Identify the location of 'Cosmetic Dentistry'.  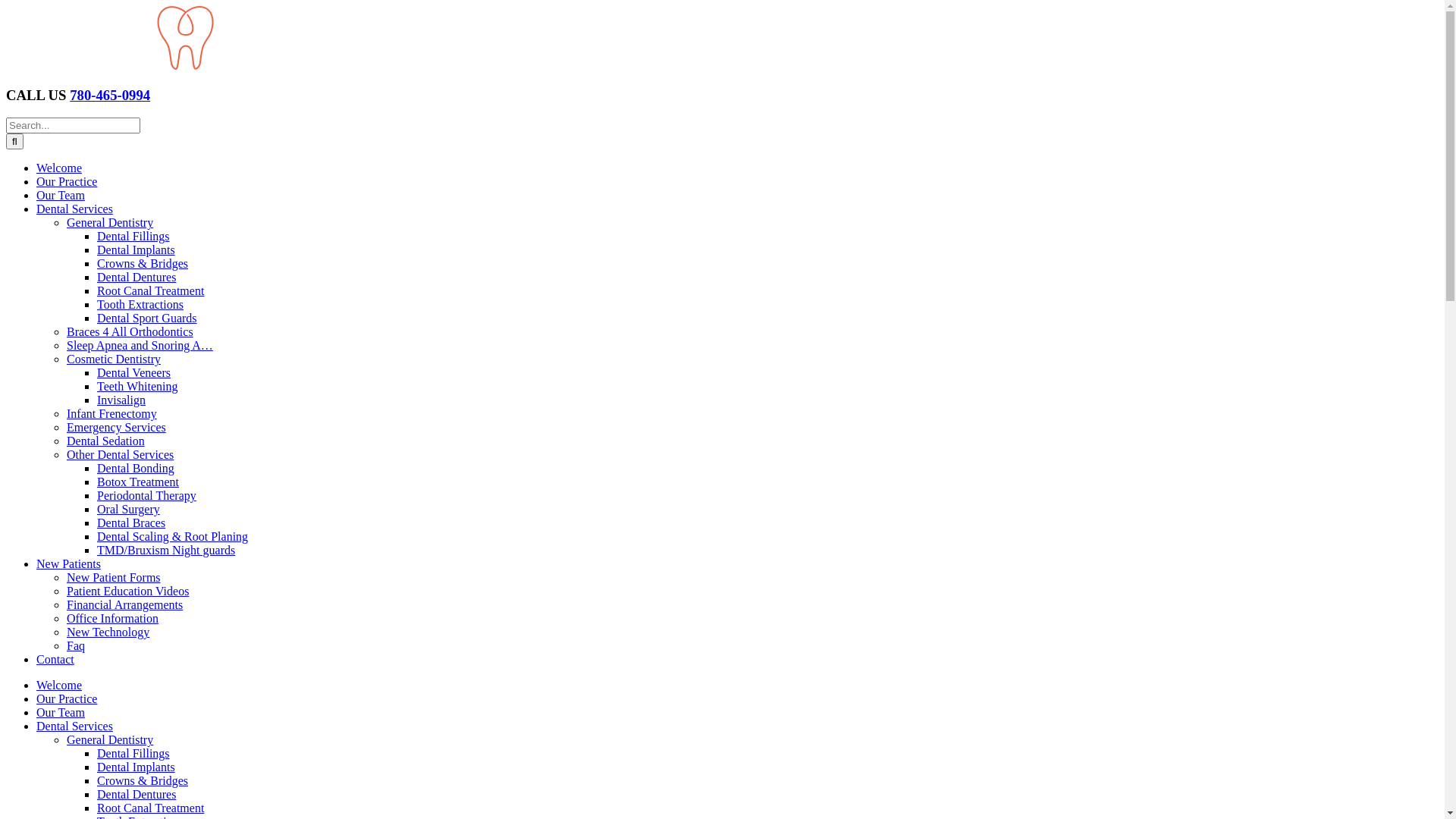
(112, 359).